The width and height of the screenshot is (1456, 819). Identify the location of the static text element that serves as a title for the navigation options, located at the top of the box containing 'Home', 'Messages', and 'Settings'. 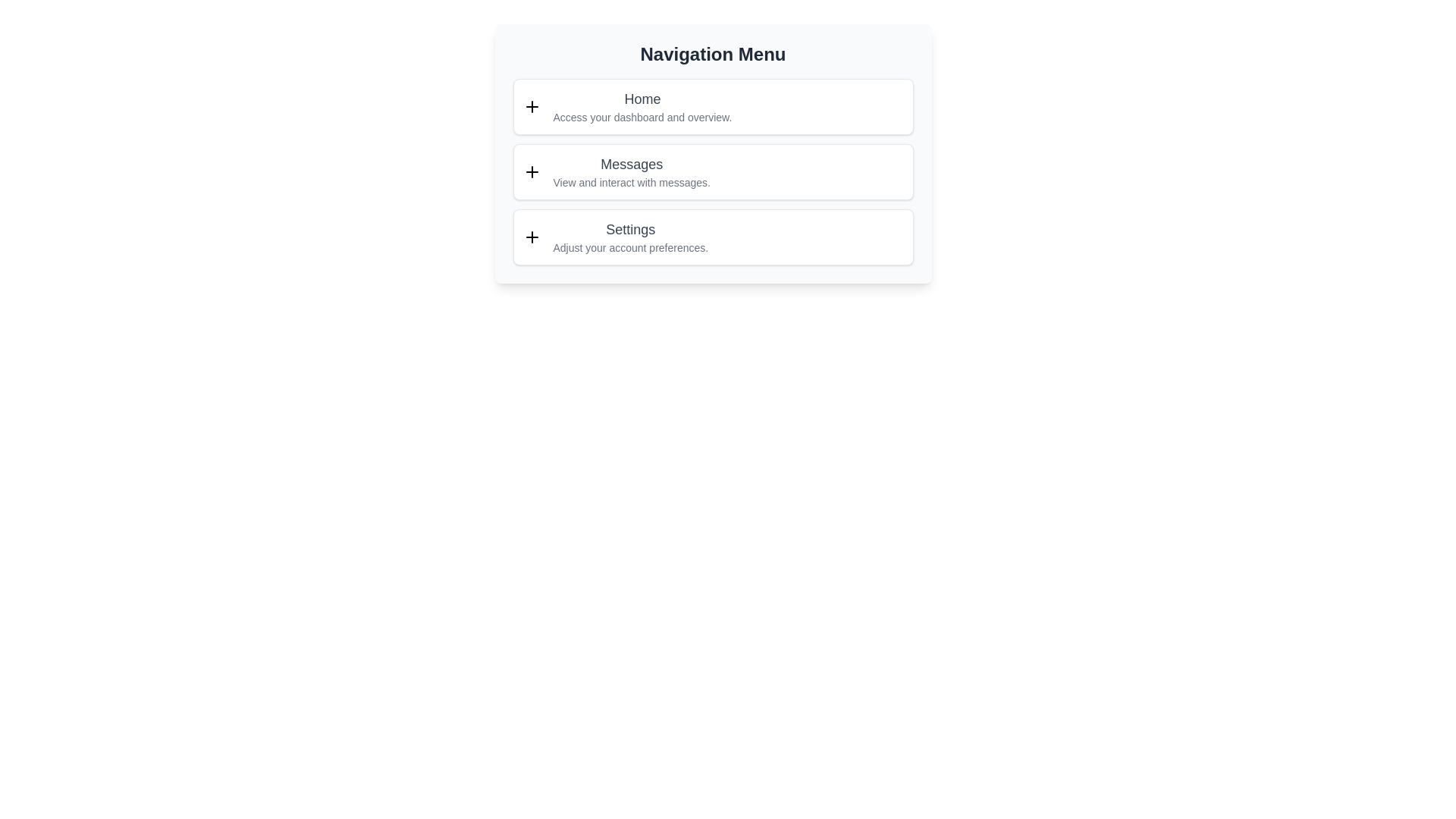
(712, 54).